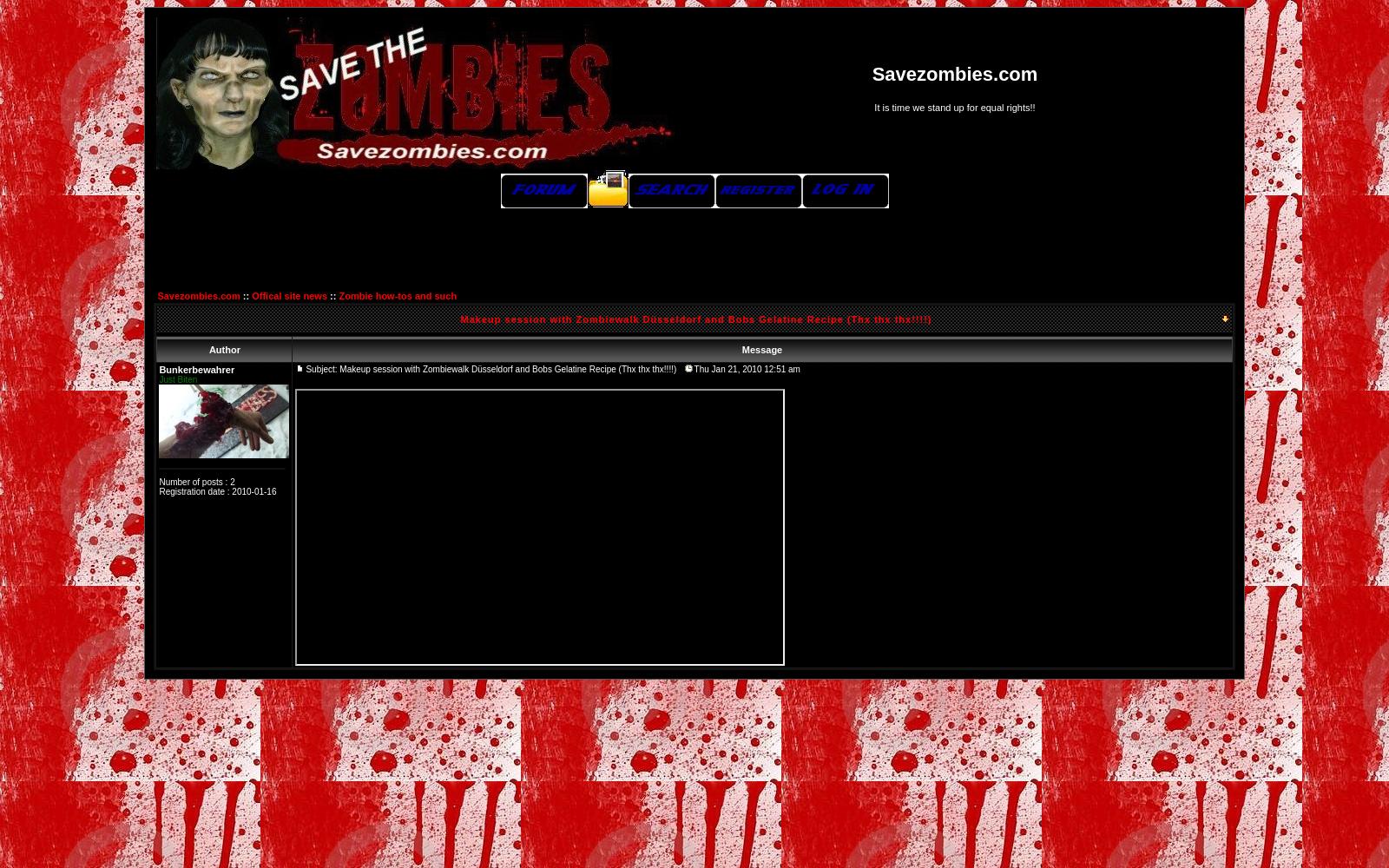 Image resolution: width=1389 pixels, height=868 pixels. Describe the element at coordinates (874, 106) in the screenshot. I see `'It is time we stand up for equal rights!!'` at that location.